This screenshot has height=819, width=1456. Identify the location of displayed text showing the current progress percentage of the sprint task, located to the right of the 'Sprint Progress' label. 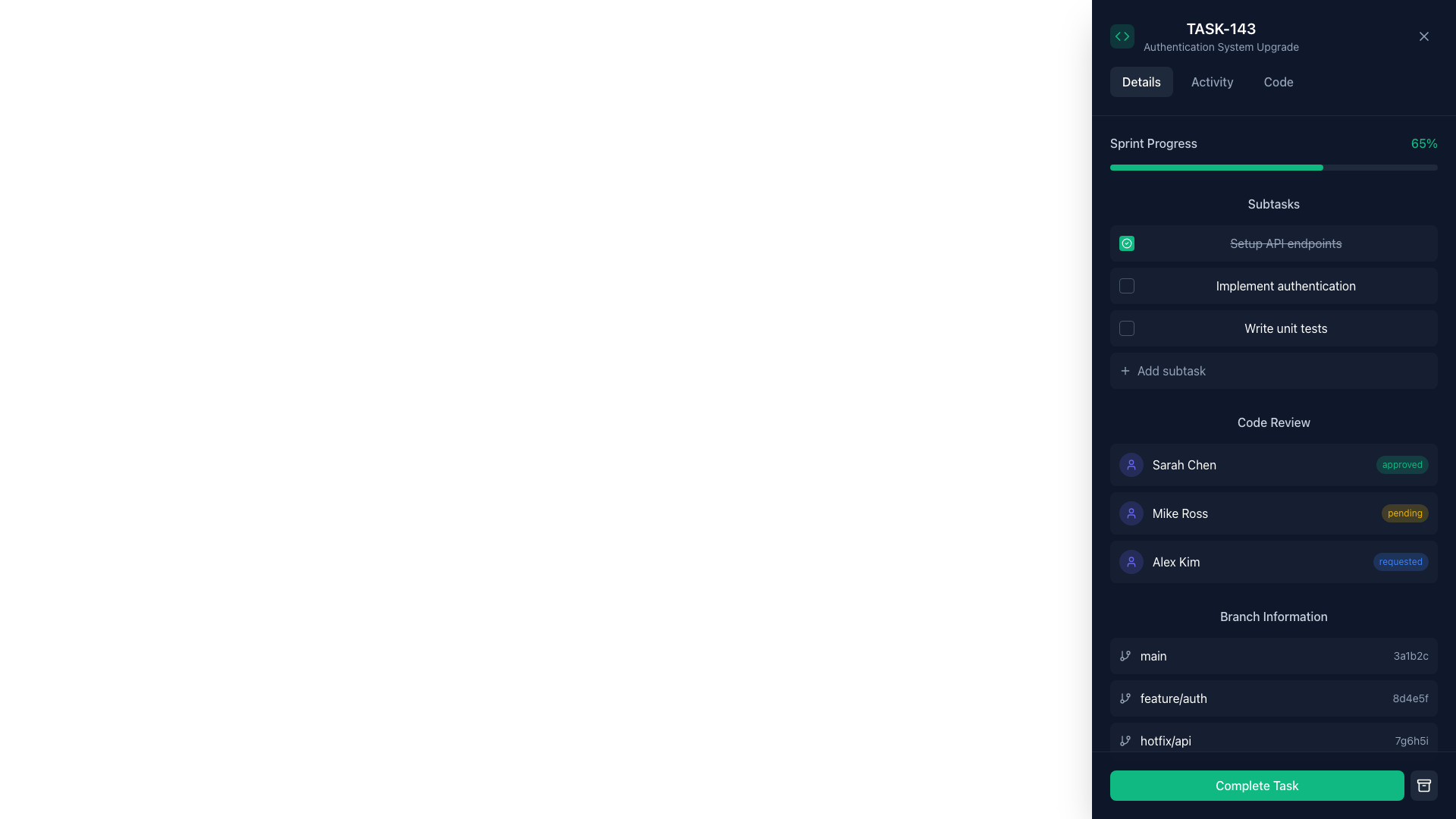
(1423, 143).